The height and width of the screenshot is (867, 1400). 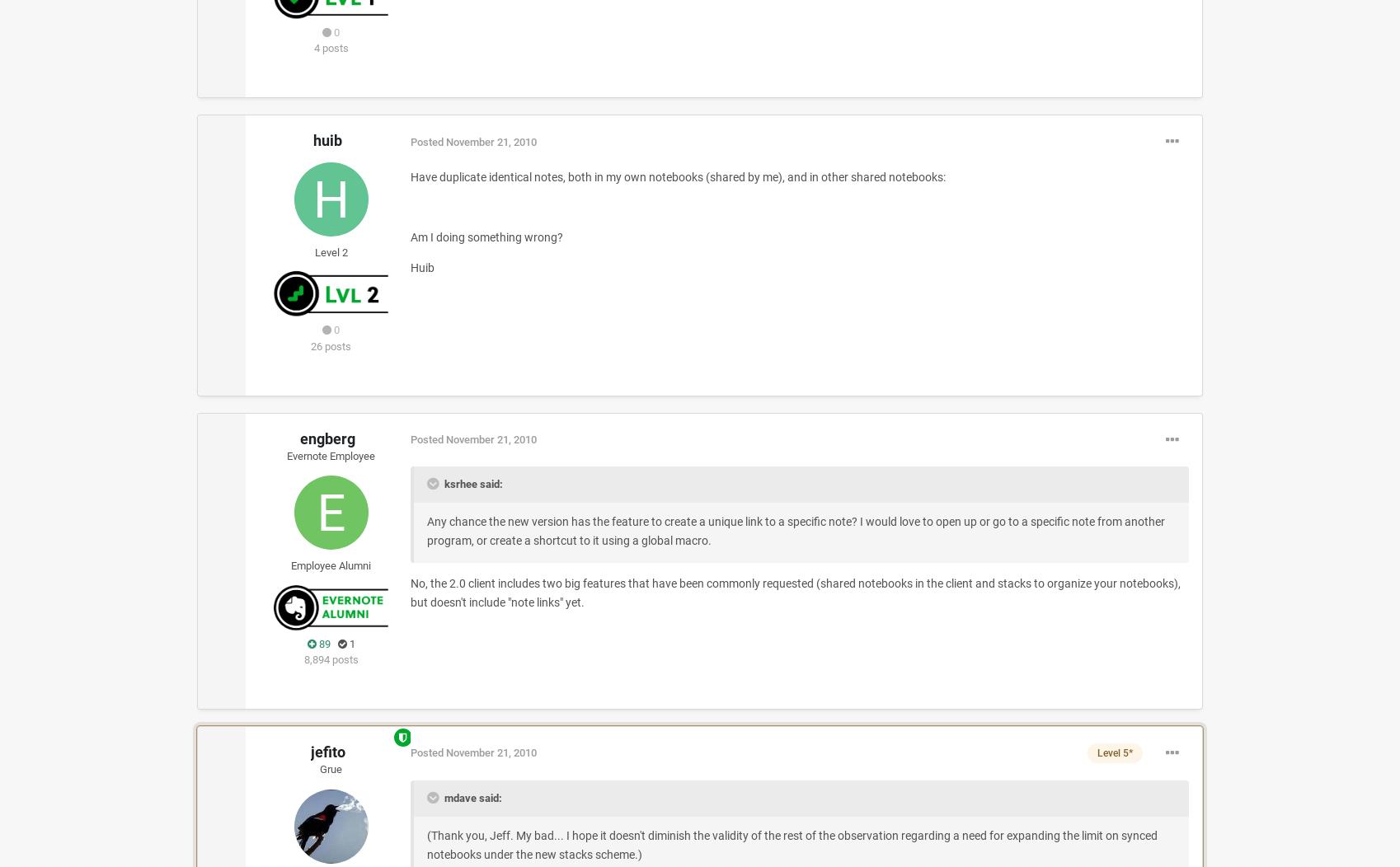 I want to click on '89', so click(x=322, y=642).